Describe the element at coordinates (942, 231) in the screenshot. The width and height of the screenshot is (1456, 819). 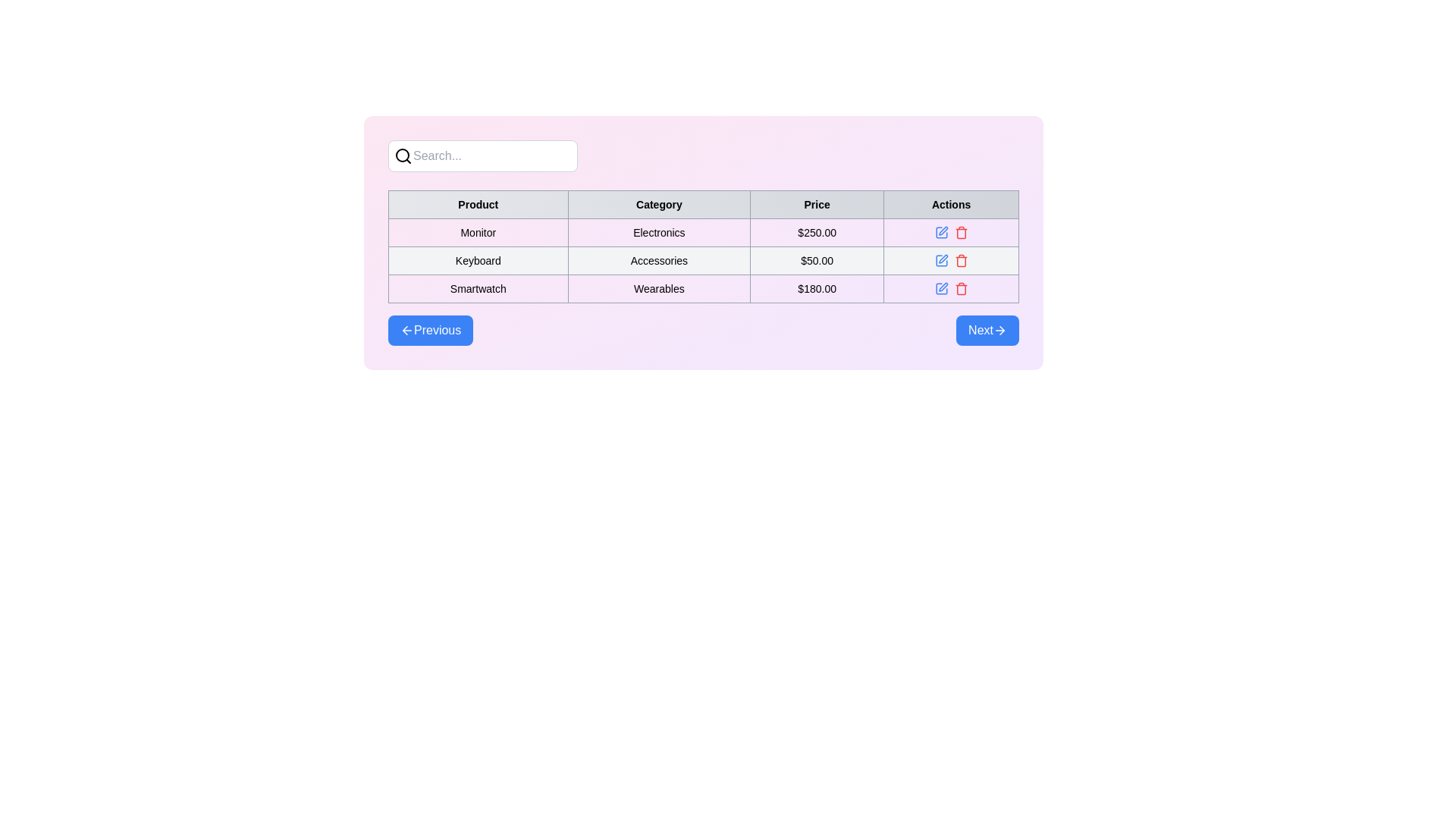
I see `the edit icon button located in the first row of the 'Actions' column of the table, next to the trash bin icon` at that location.